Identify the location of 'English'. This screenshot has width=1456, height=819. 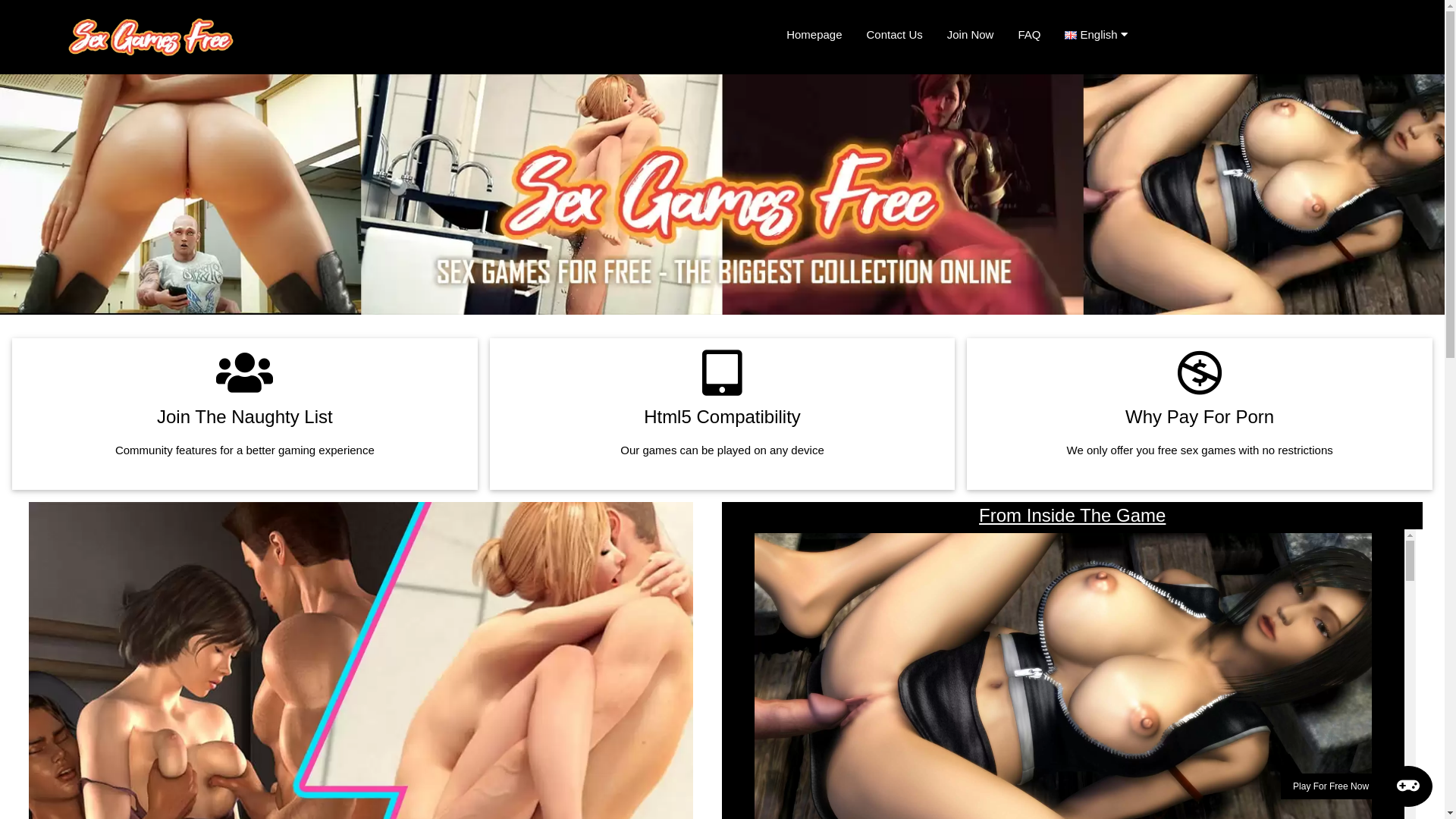
(1102, 34).